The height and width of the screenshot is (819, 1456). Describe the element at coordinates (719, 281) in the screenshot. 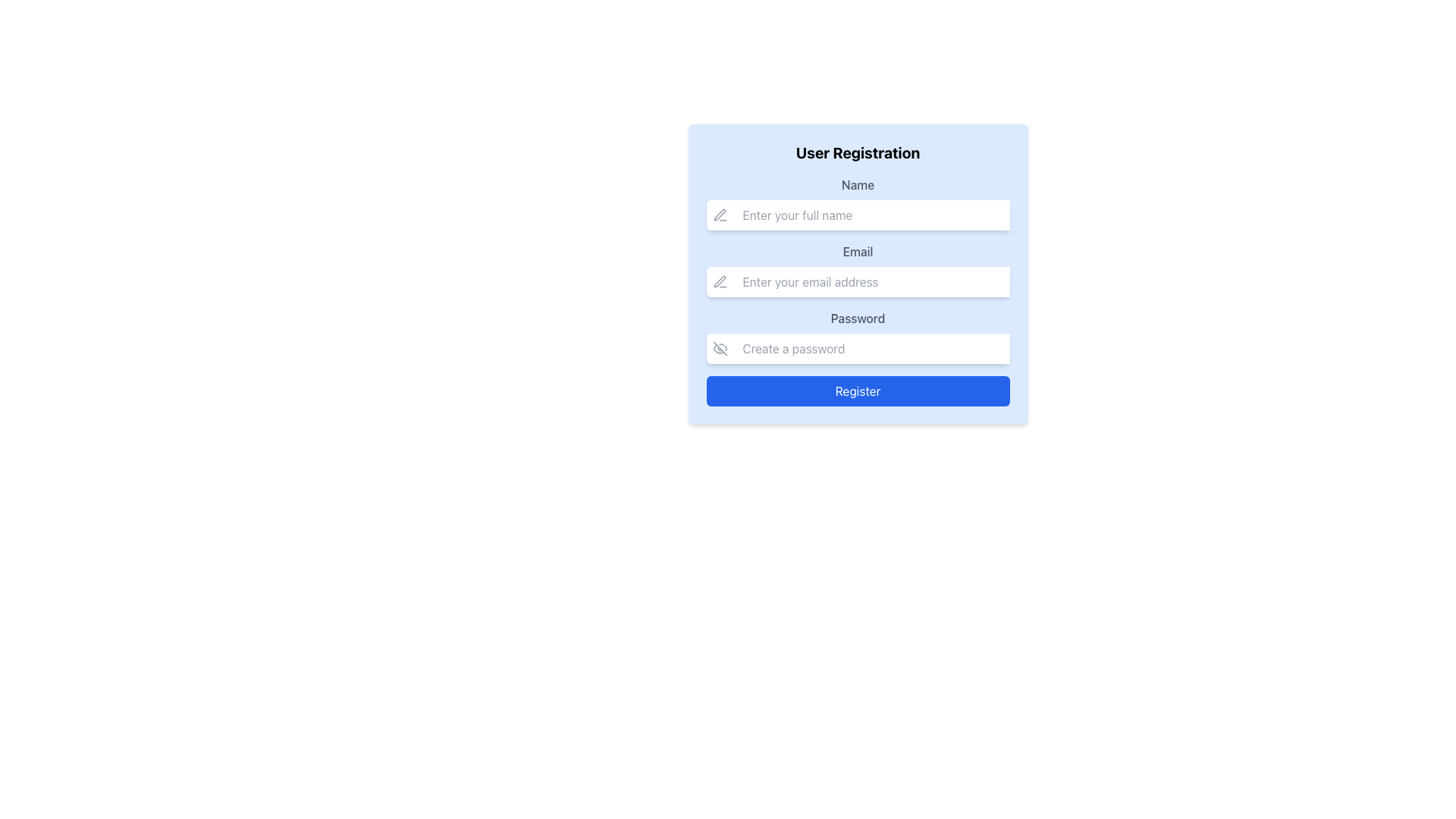

I see `the illustrative email icon located to the left of the 'Email' input field in the user registration form` at that location.